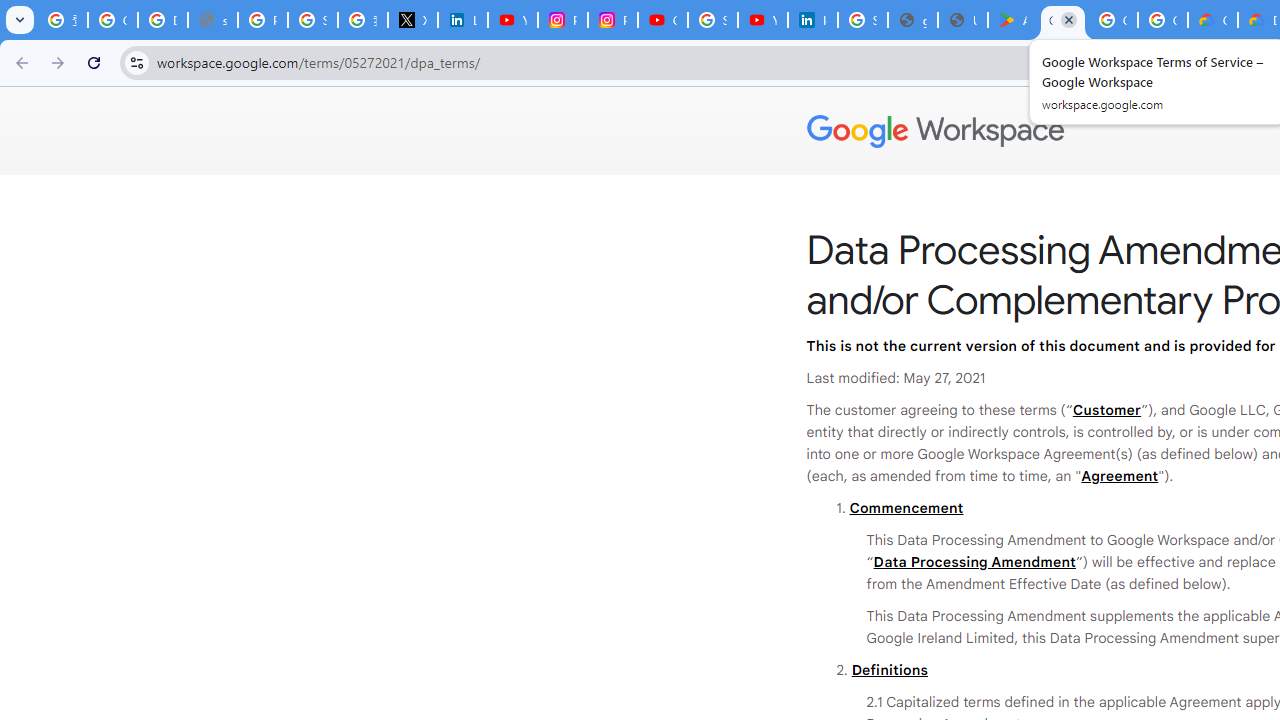 This screenshot has width=1280, height=720. Describe the element at coordinates (1013, 20) in the screenshot. I see `'Android Apps on Google Play'` at that location.